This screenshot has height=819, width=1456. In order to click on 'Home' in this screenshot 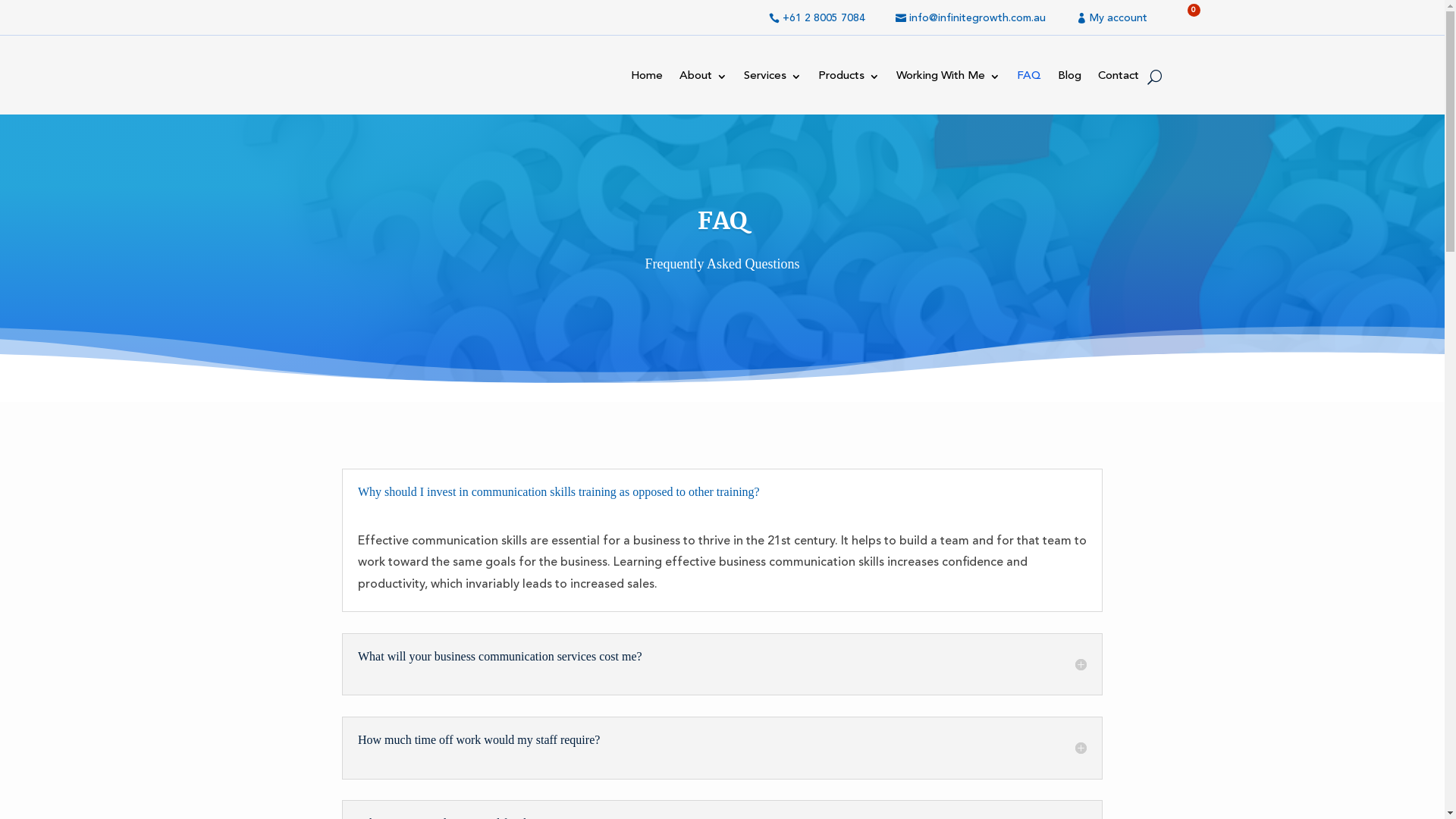, I will do `click(630, 79)`.